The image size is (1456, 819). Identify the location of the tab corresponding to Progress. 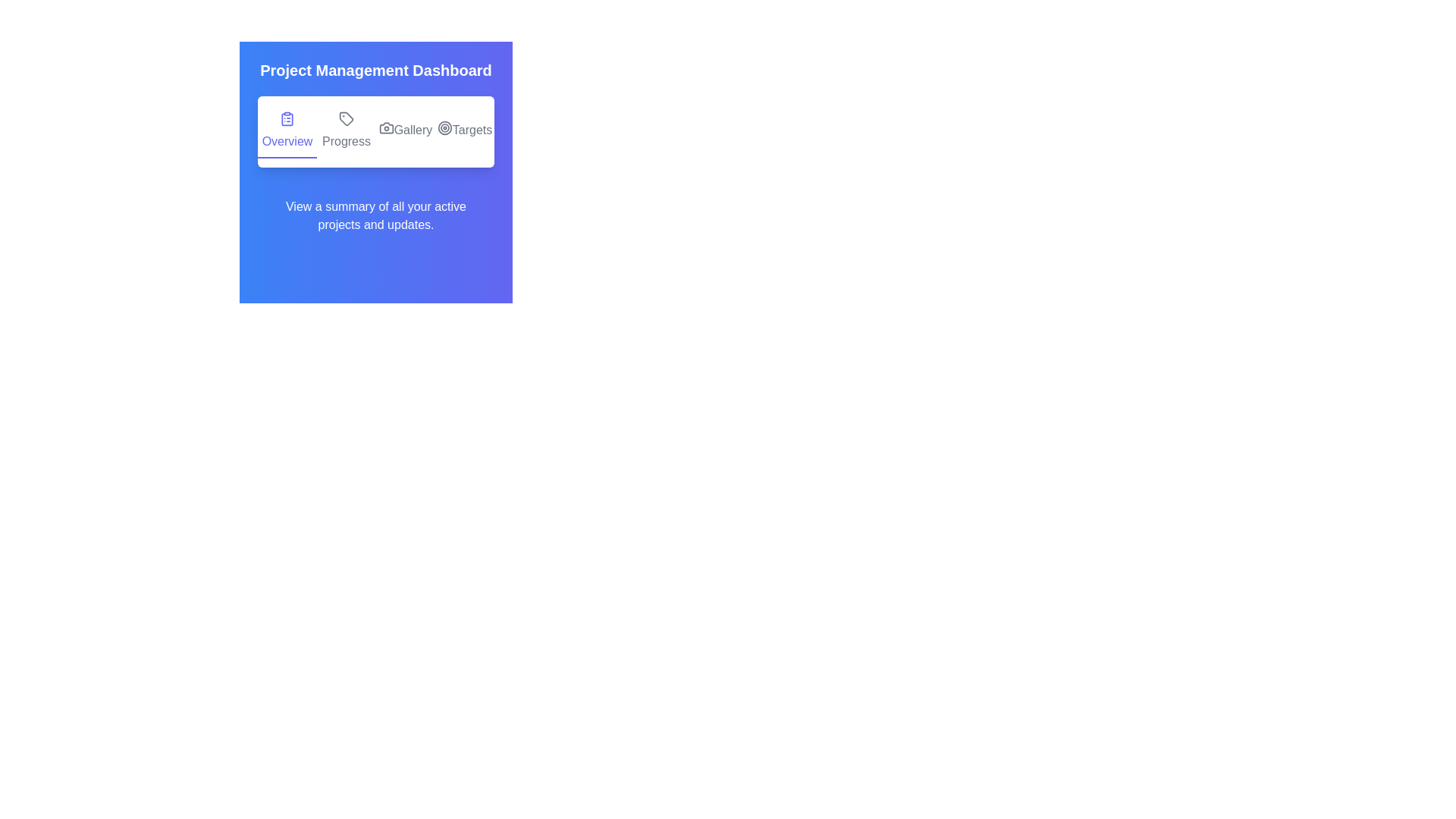
(345, 130).